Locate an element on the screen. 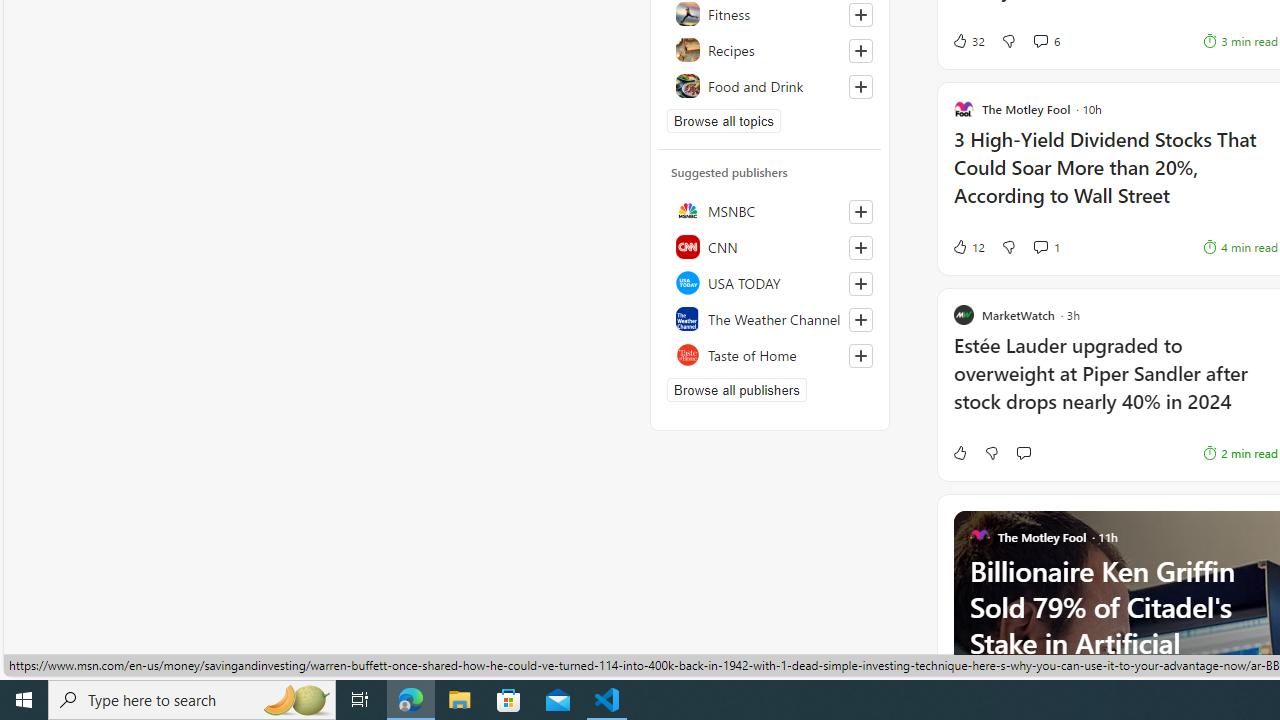 The image size is (1280, 720). 'Follow this topic' is located at coordinates (860, 86).